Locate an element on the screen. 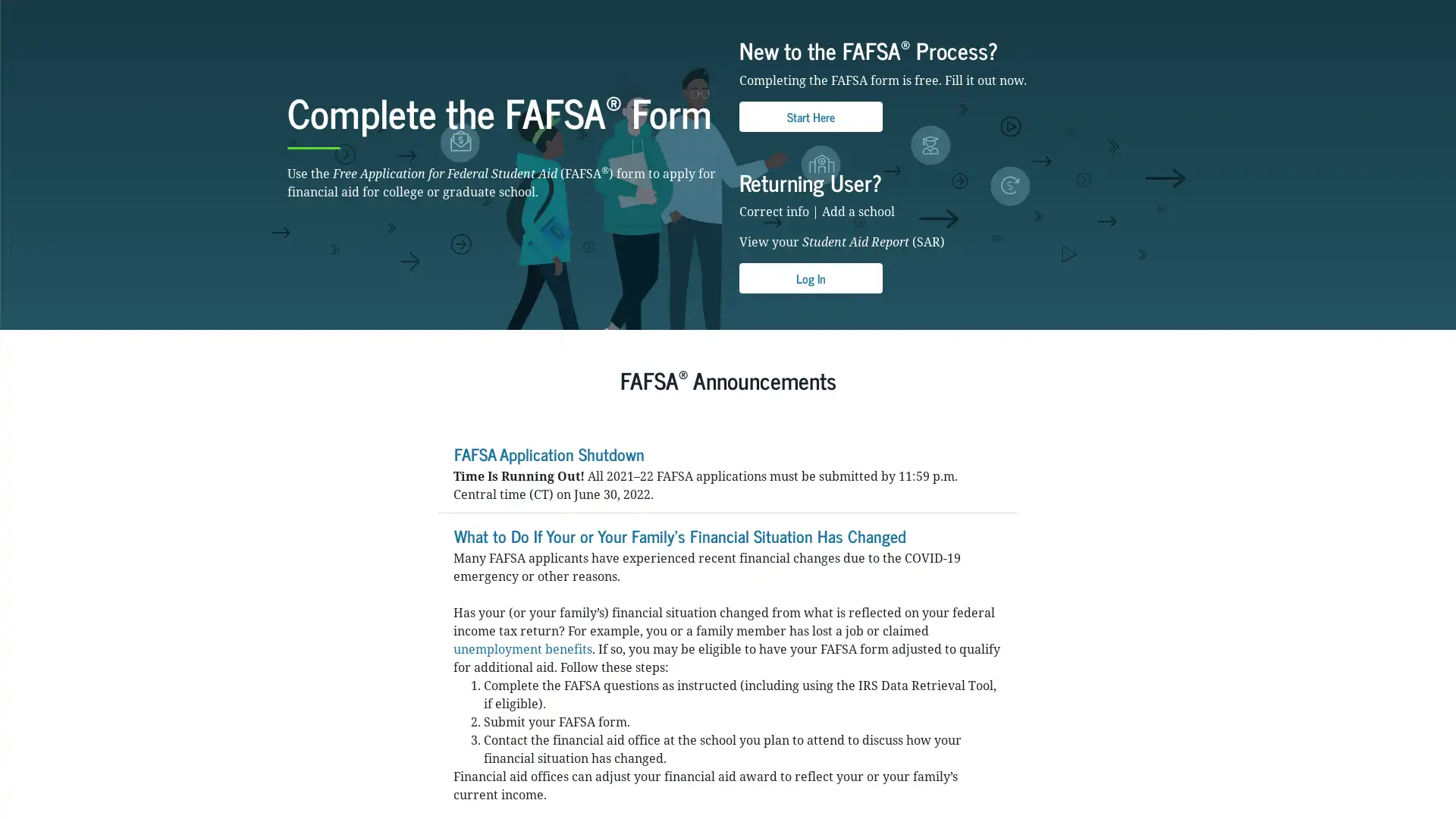  What to Do If Your or Your Familys Financial Situation Has Changed is located at coordinates (679, 633).